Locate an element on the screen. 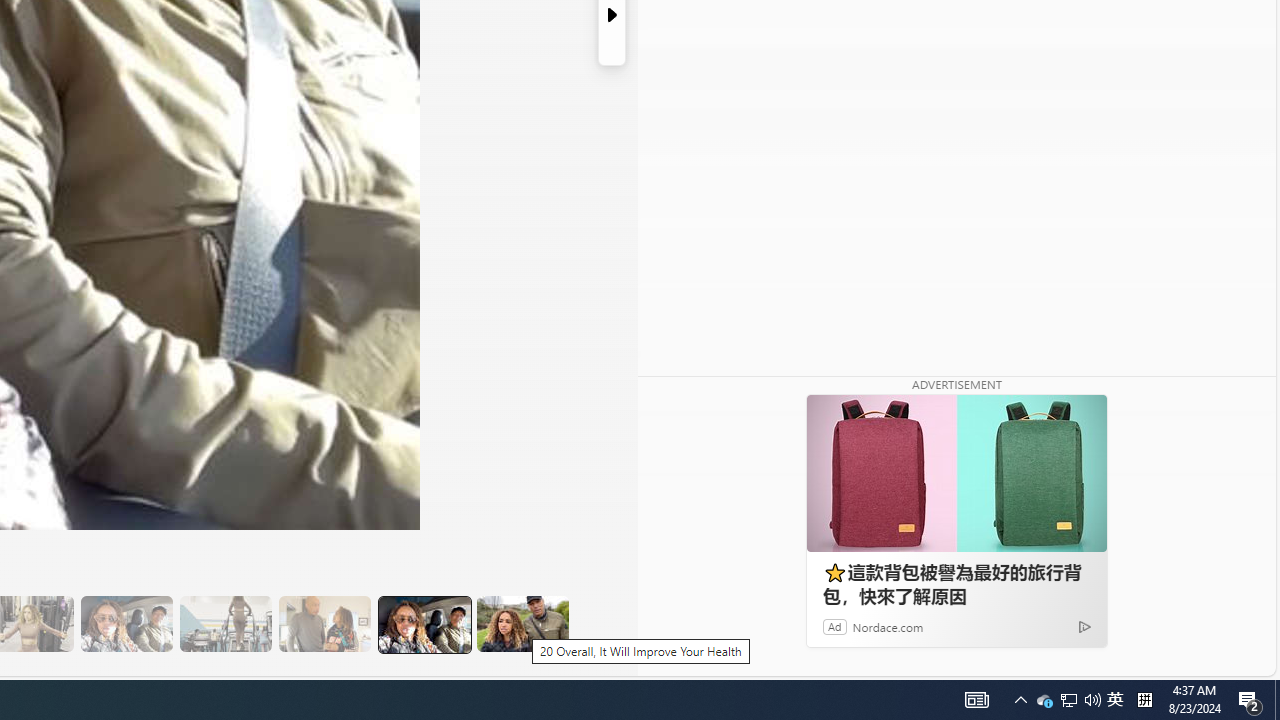 Image resolution: width=1280 pixels, height=720 pixels. '19 It Also Simplifies Thiings' is located at coordinates (422, 623).